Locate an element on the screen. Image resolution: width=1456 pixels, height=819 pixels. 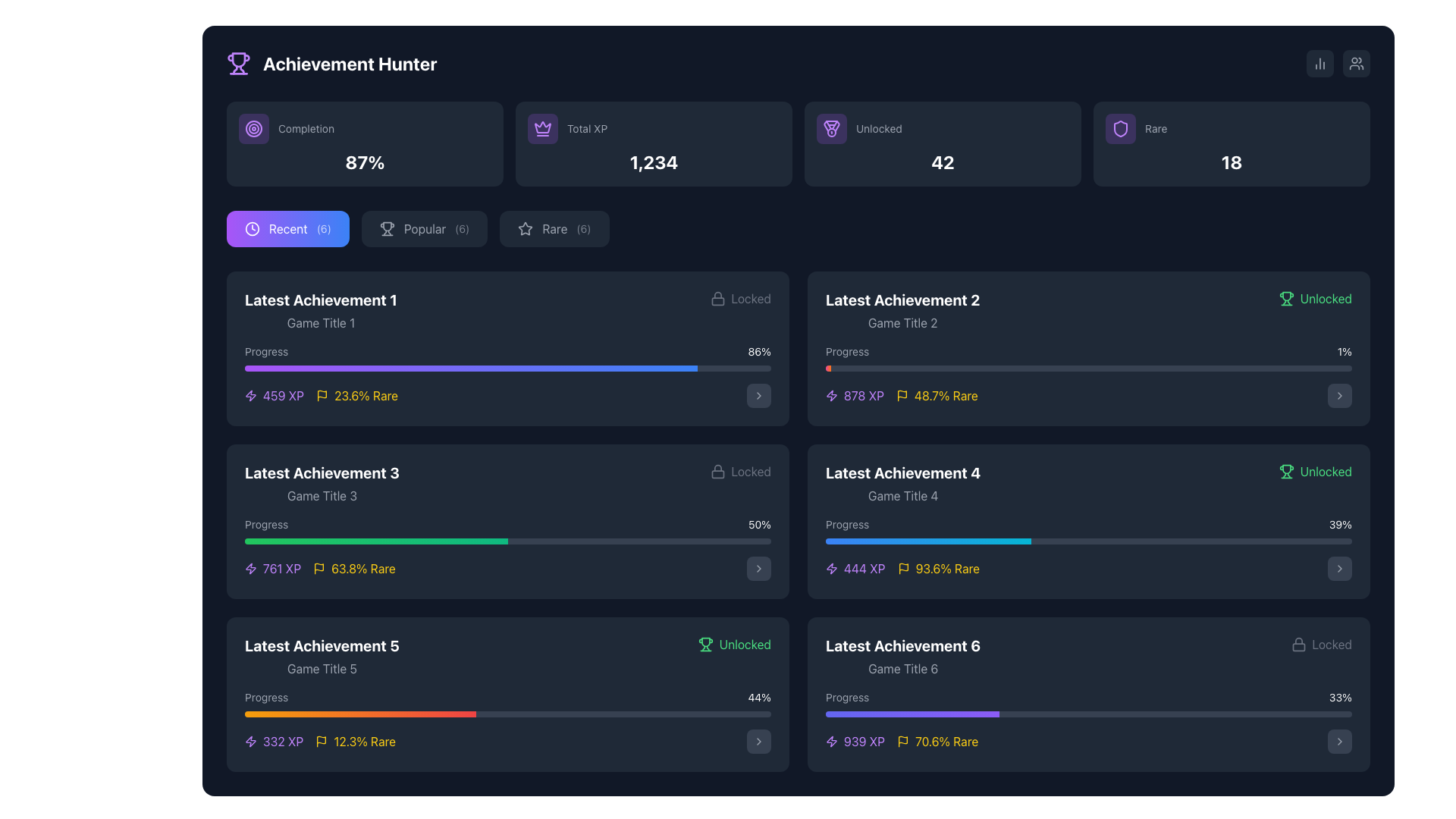
the label displaying 'Game Title 3', which is located directly beneath the title 'Latest Achievement 3' in a section with a dark background is located at coordinates (321, 496).